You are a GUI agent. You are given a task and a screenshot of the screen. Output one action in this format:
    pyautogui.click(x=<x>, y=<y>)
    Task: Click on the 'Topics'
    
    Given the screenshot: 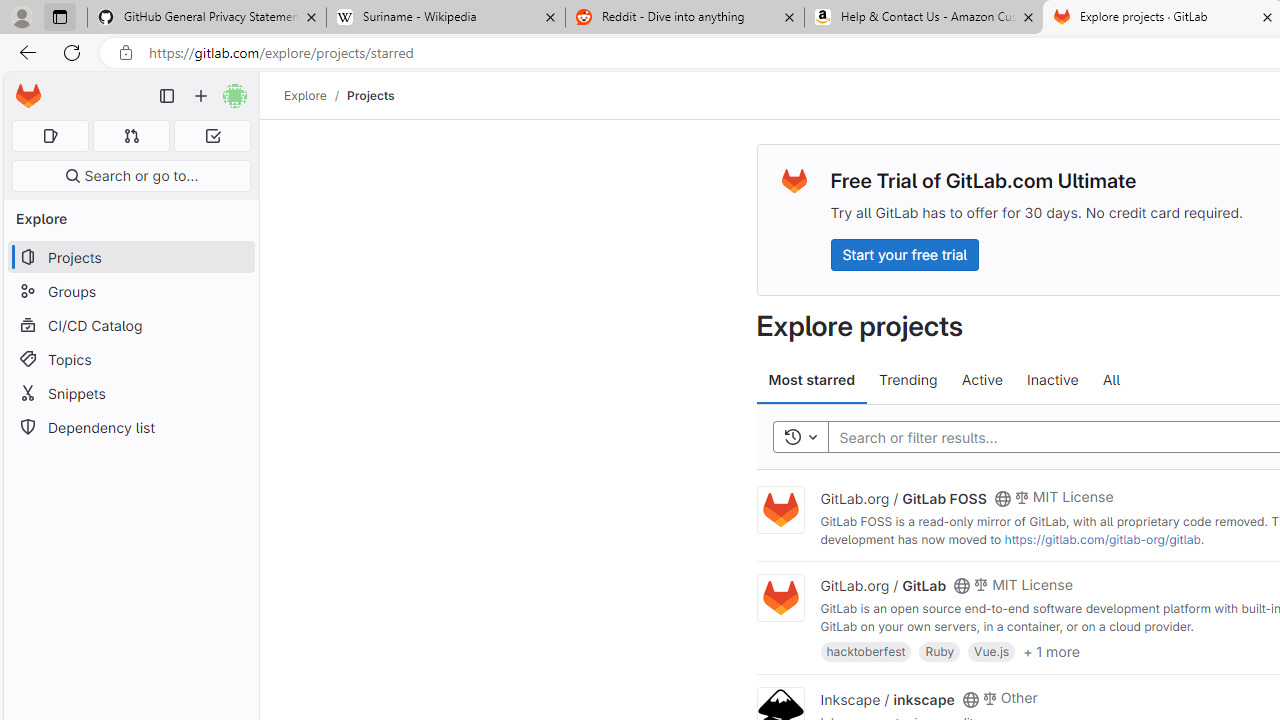 What is the action you would take?
    pyautogui.click(x=130, y=358)
    